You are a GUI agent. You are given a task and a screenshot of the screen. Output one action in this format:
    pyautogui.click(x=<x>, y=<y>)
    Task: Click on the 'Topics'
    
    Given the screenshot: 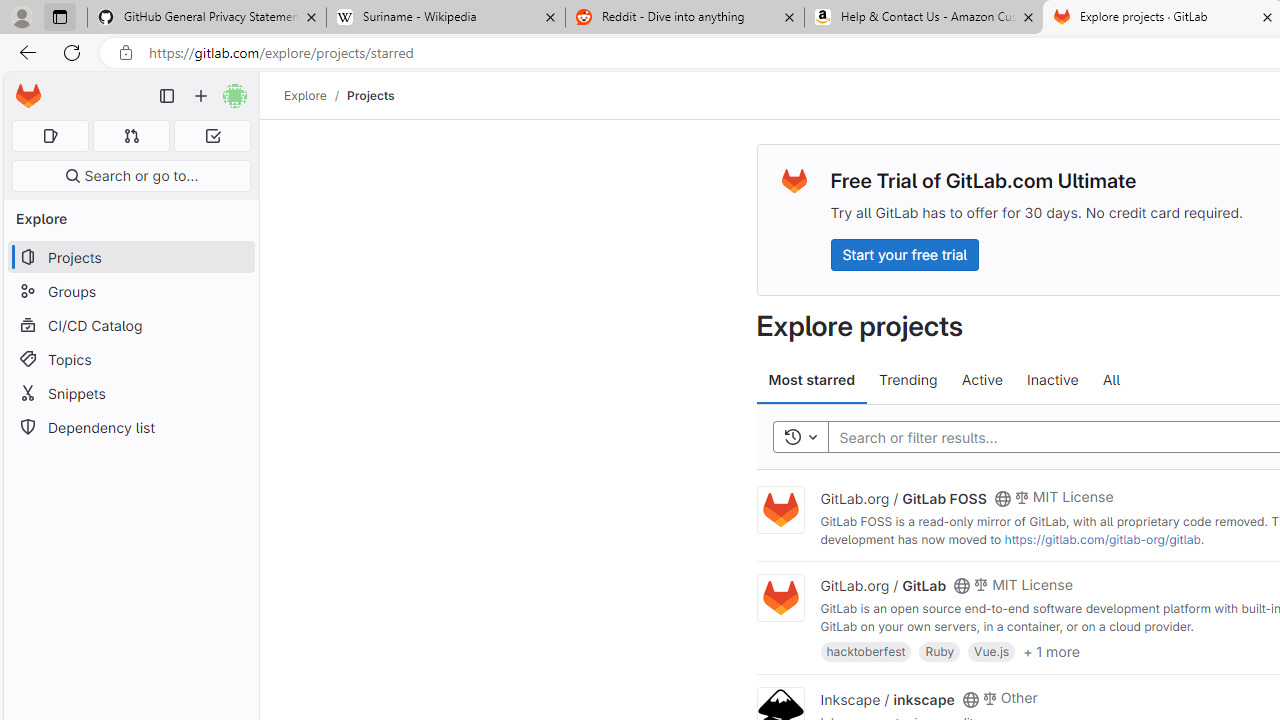 What is the action you would take?
    pyautogui.click(x=130, y=358)
    